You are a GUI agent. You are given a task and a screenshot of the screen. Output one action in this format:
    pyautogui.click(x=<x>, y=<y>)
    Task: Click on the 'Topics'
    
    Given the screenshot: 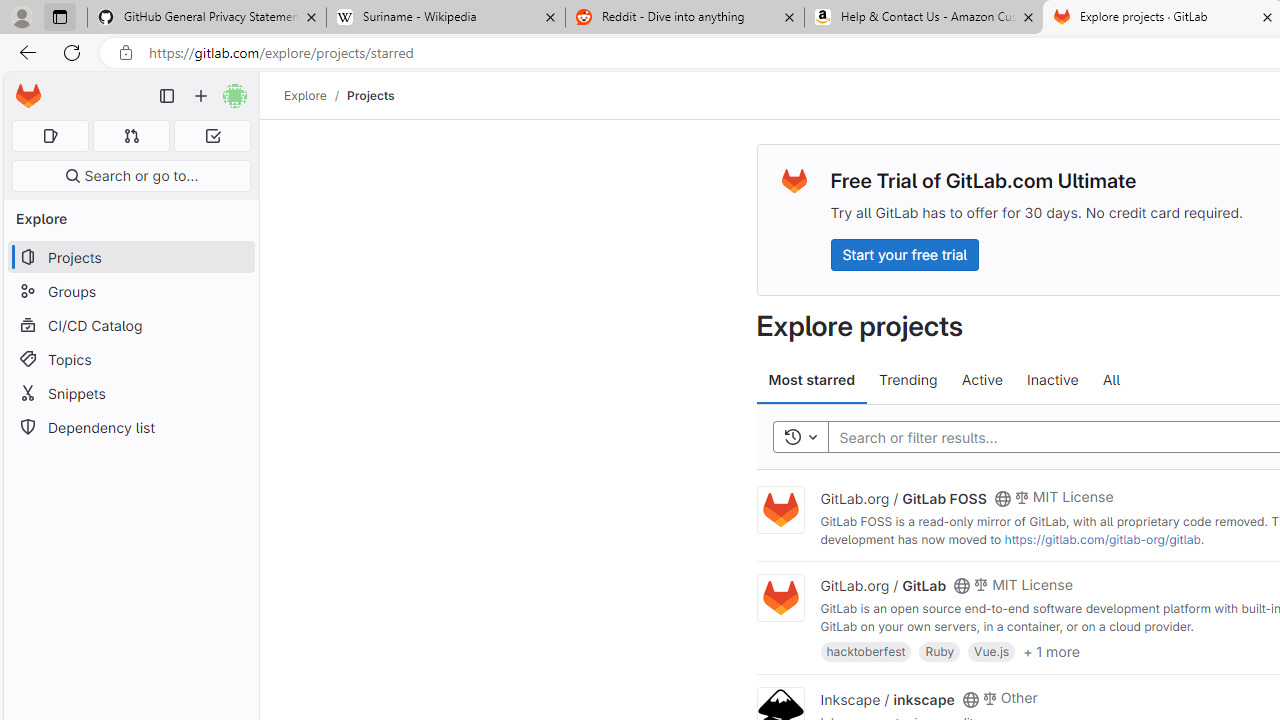 What is the action you would take?
    pyautogui.click(x=130, y=358)
    